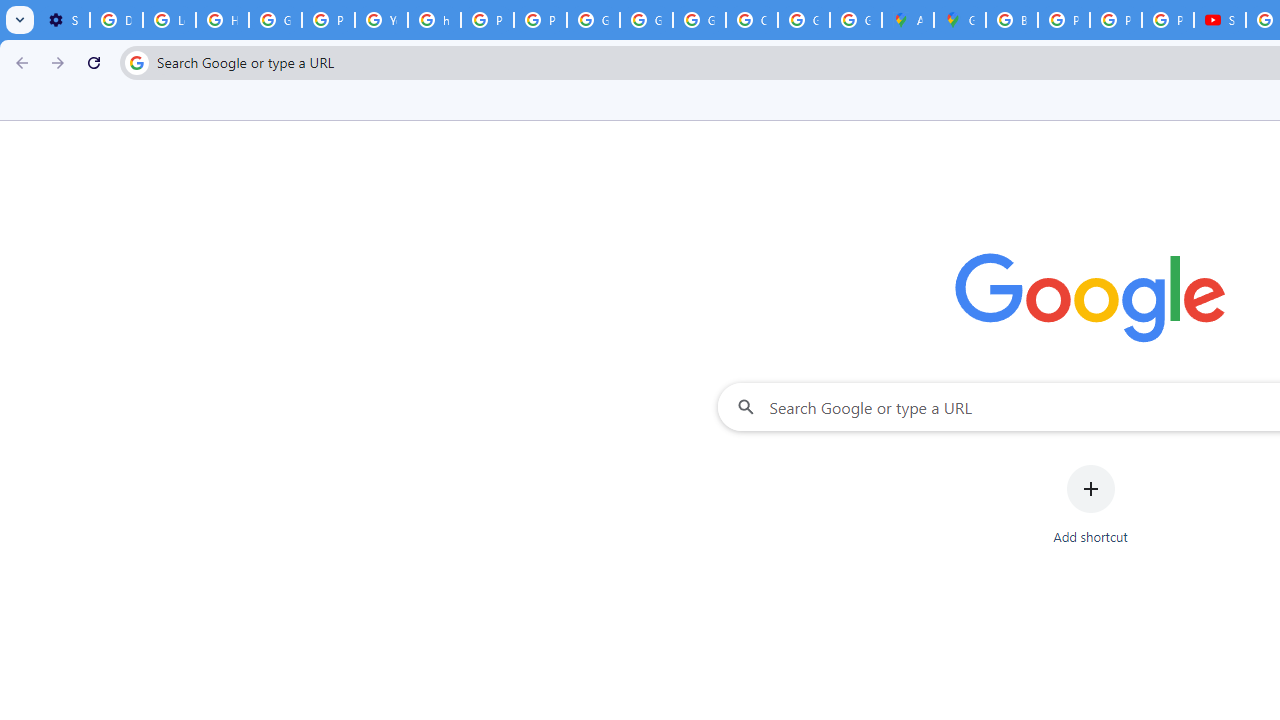 The height and width of the screenshot is (720, 1280). What do you see at coordinates (1063, 20) in the screenshot?
I see `'Privacy Help Center - Policies Help'` at bounding box center [1063, 20].